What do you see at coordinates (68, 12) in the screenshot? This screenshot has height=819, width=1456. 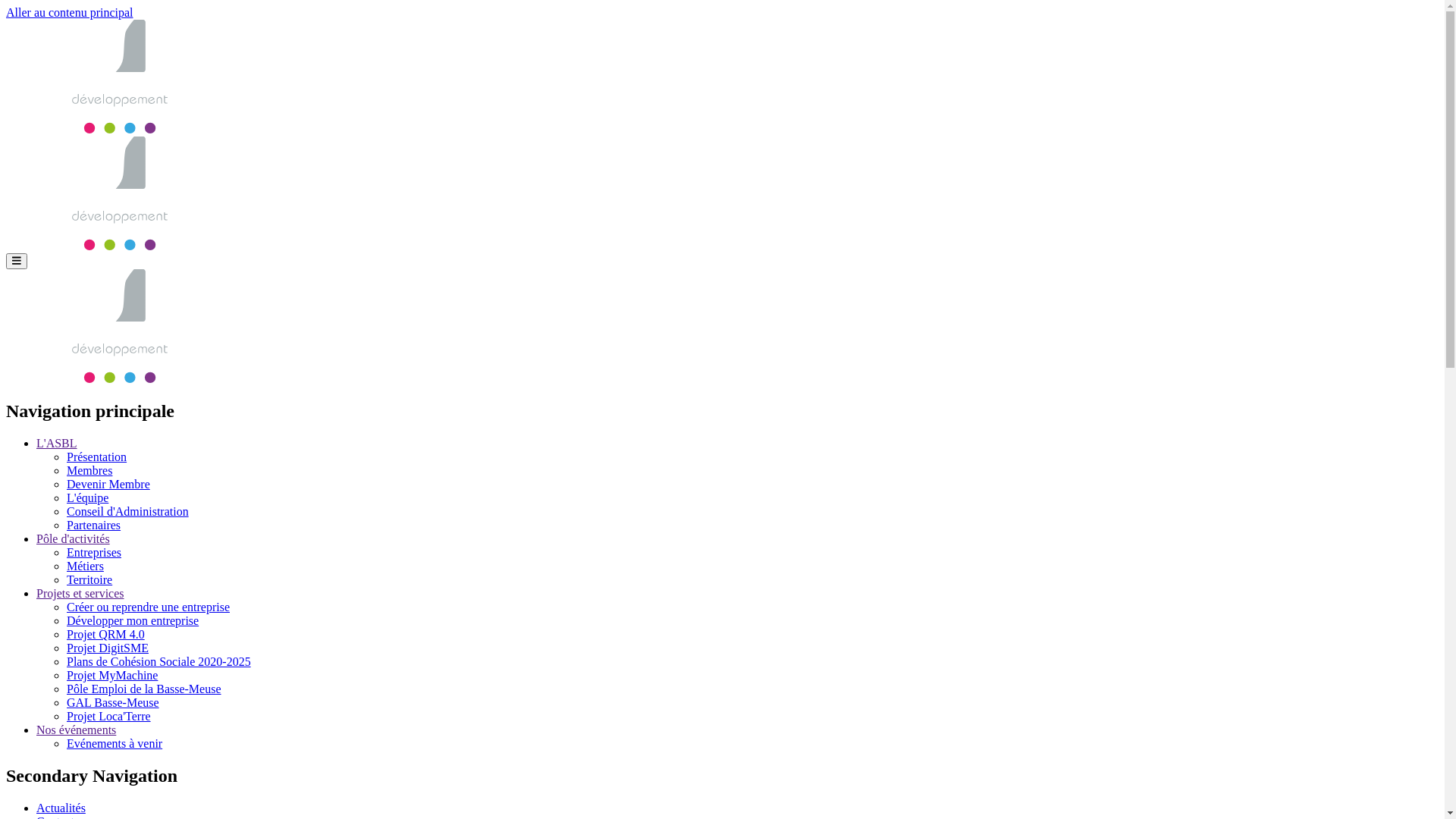 I see `'Aller au contenu principal'` at bounding box center [68, 12].